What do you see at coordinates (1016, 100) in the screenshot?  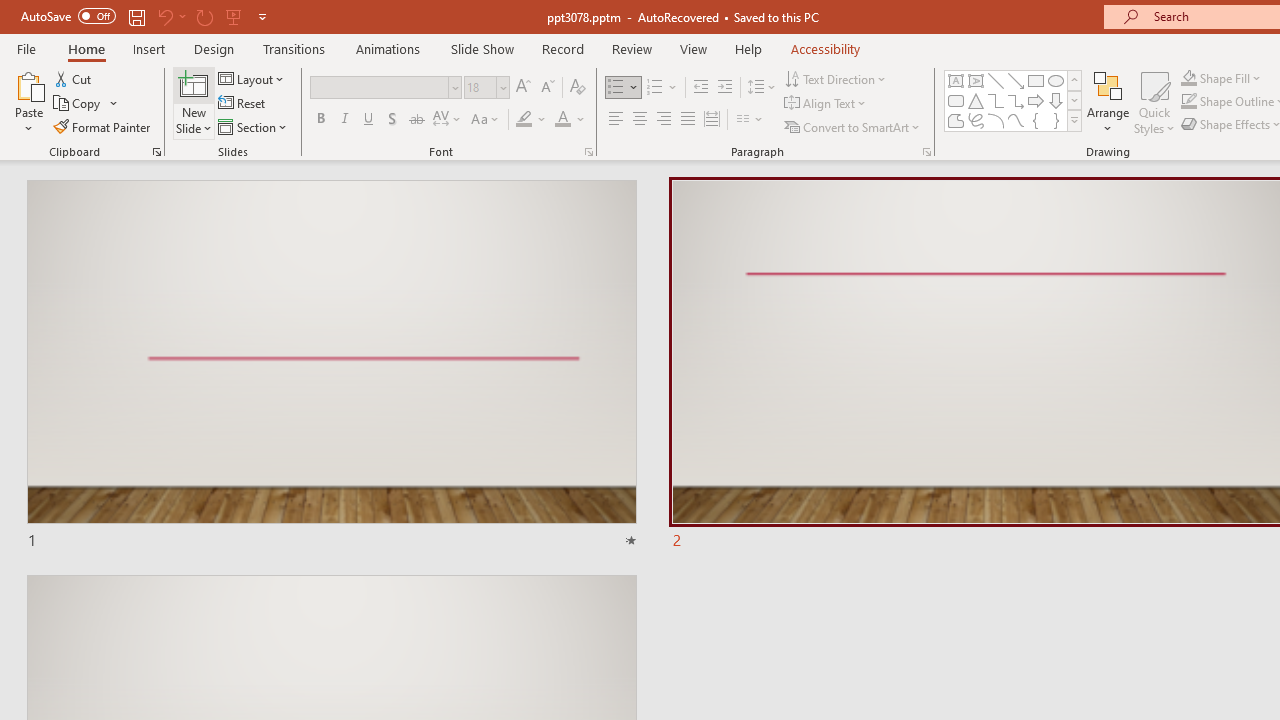 I see `'Connector: Elbow Arrow'` at bounding box center [1016, 100].